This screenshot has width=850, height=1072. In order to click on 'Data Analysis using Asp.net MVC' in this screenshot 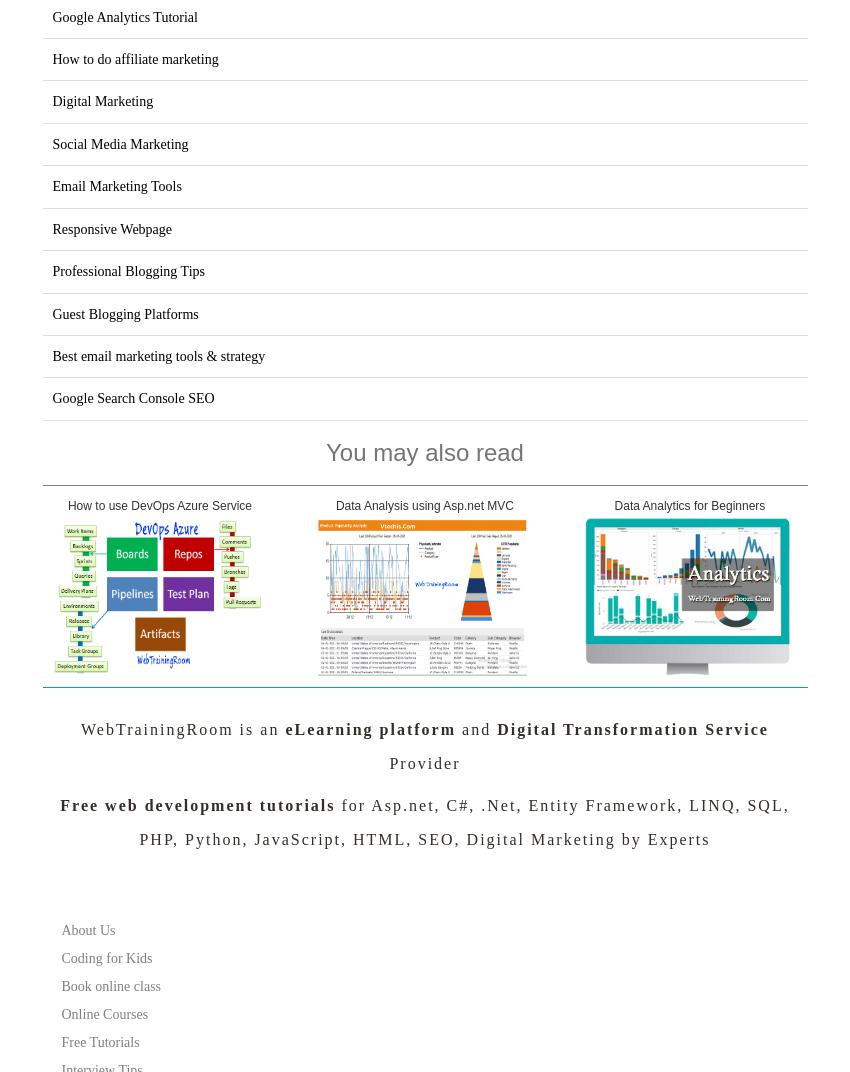, I will do `click(424, 505)`.